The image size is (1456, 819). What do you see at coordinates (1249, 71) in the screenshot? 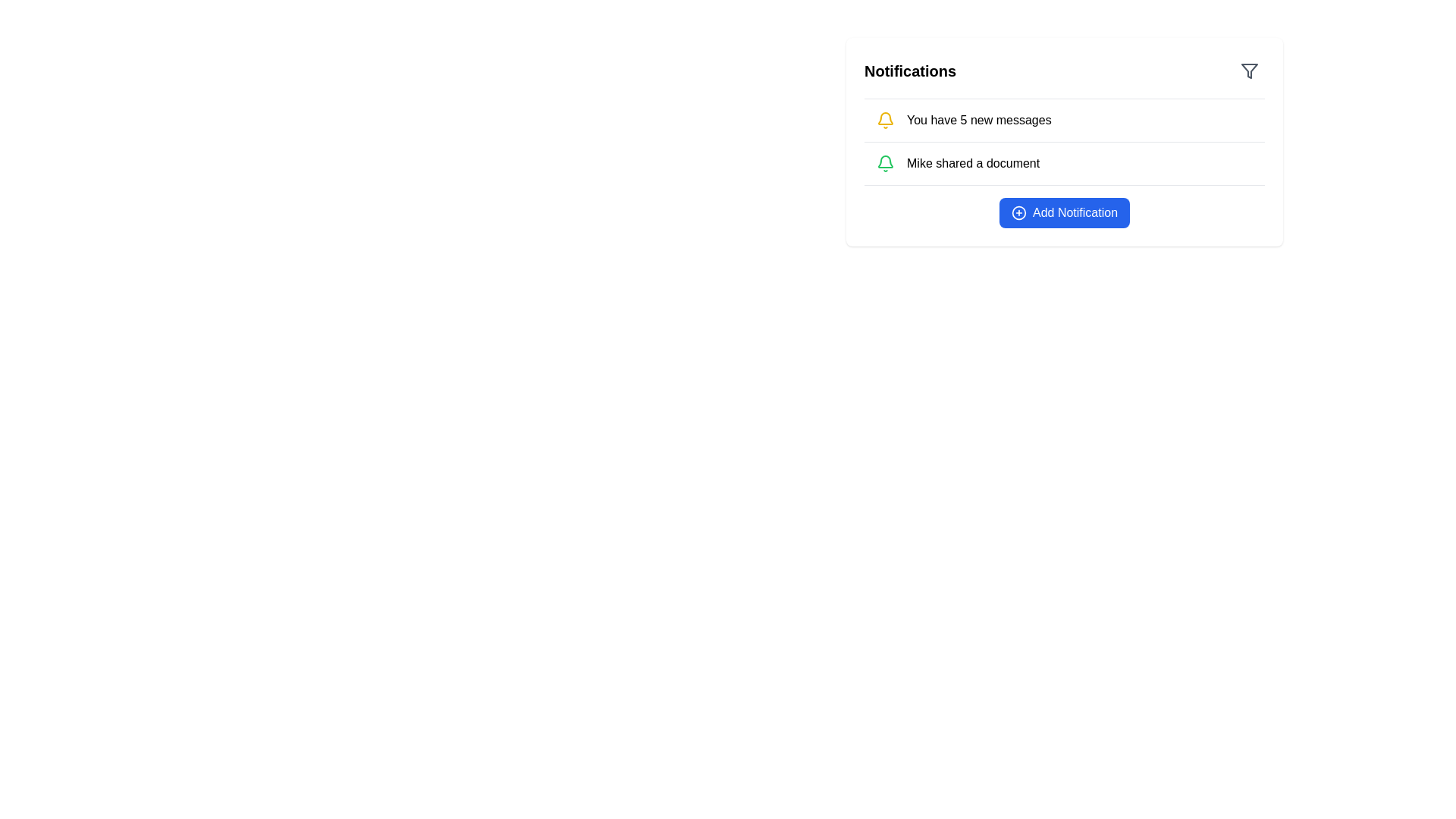
I see `the decorative SVG icon of a filtering funnel located in the top-right corner of the notification panel` at bounding box center [1249, 71].